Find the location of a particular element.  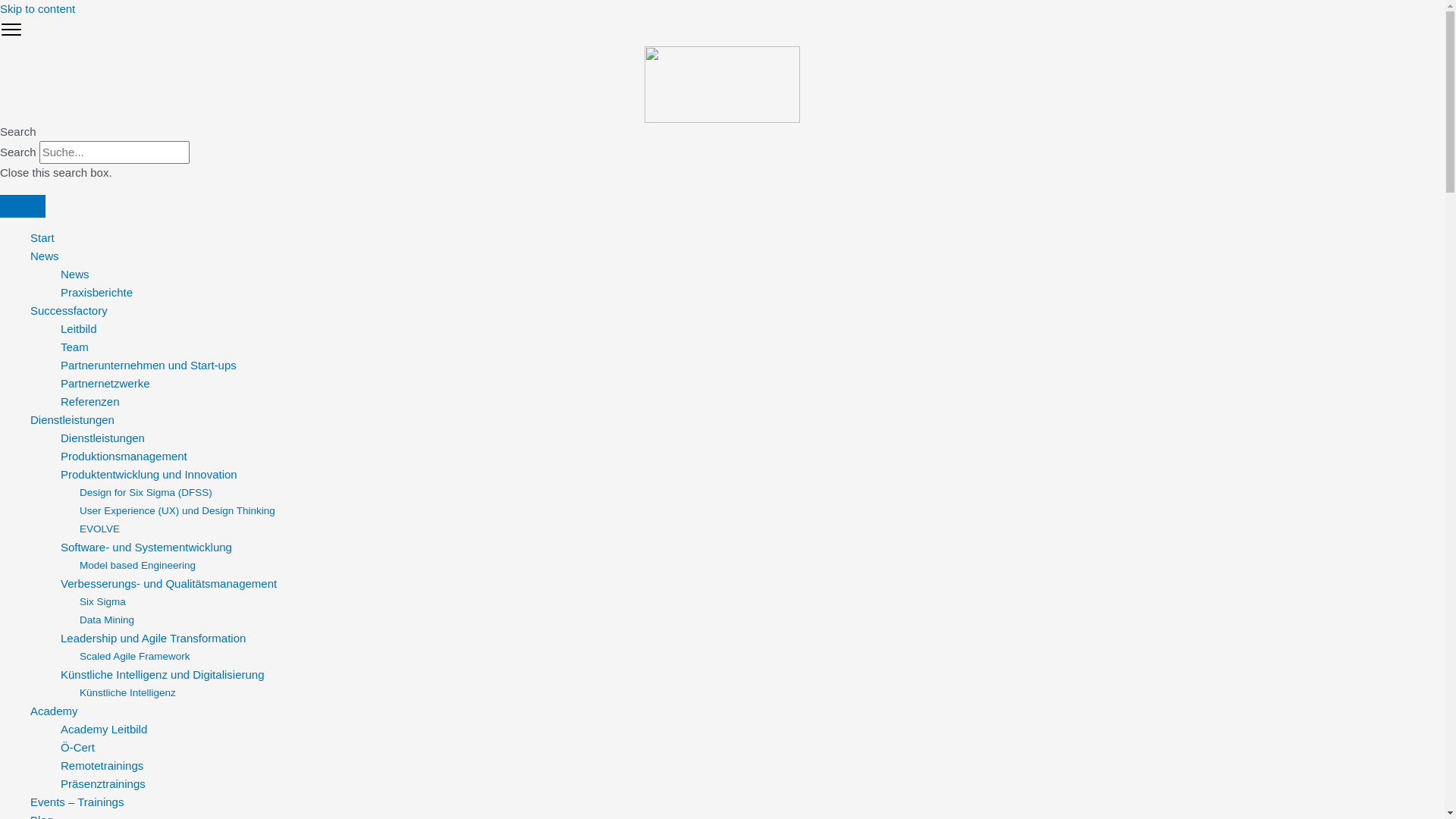

'Referenzen' is located at coordinates (89, 400).